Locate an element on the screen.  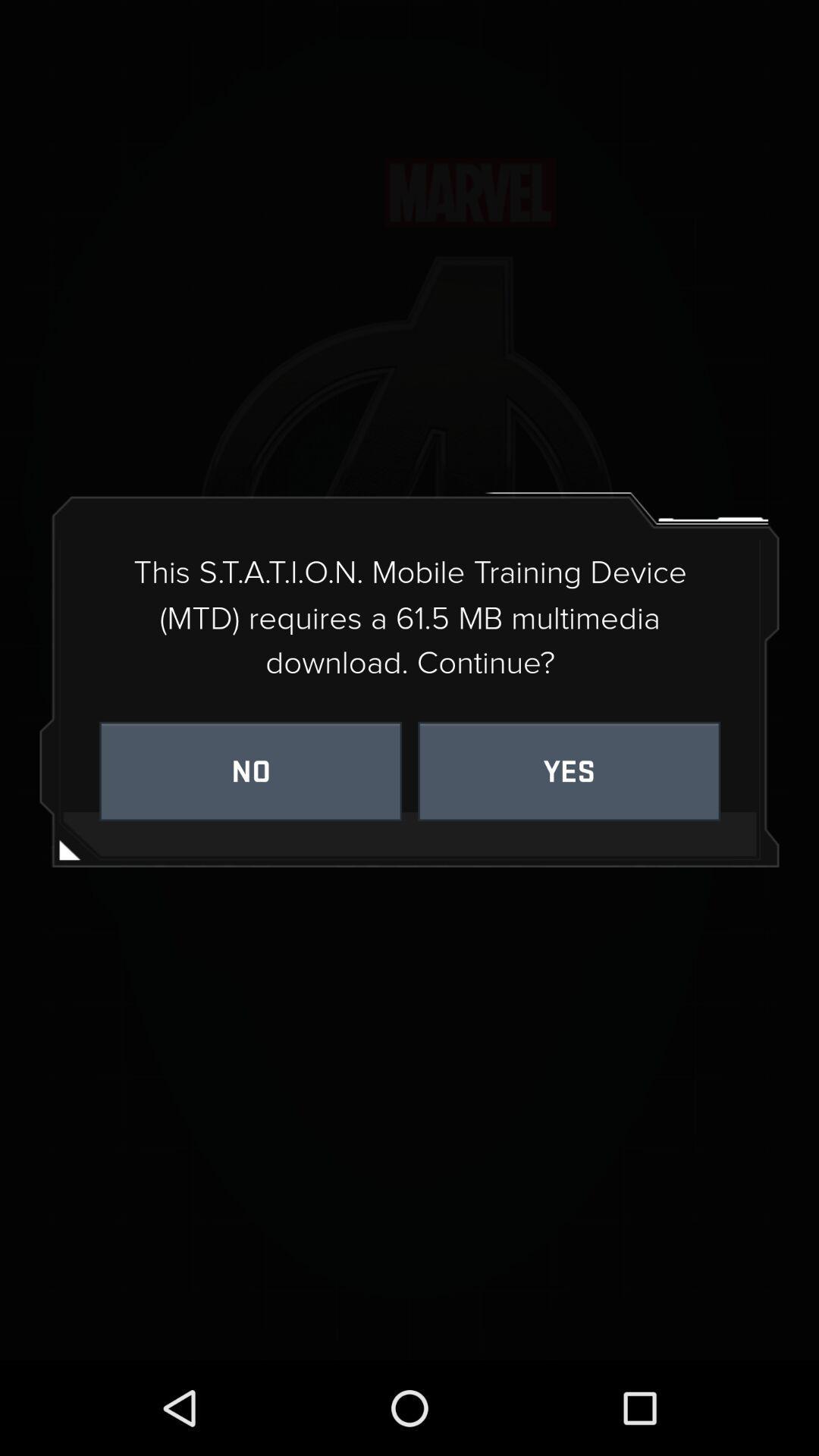
no item is located at coordinates (249, 771).